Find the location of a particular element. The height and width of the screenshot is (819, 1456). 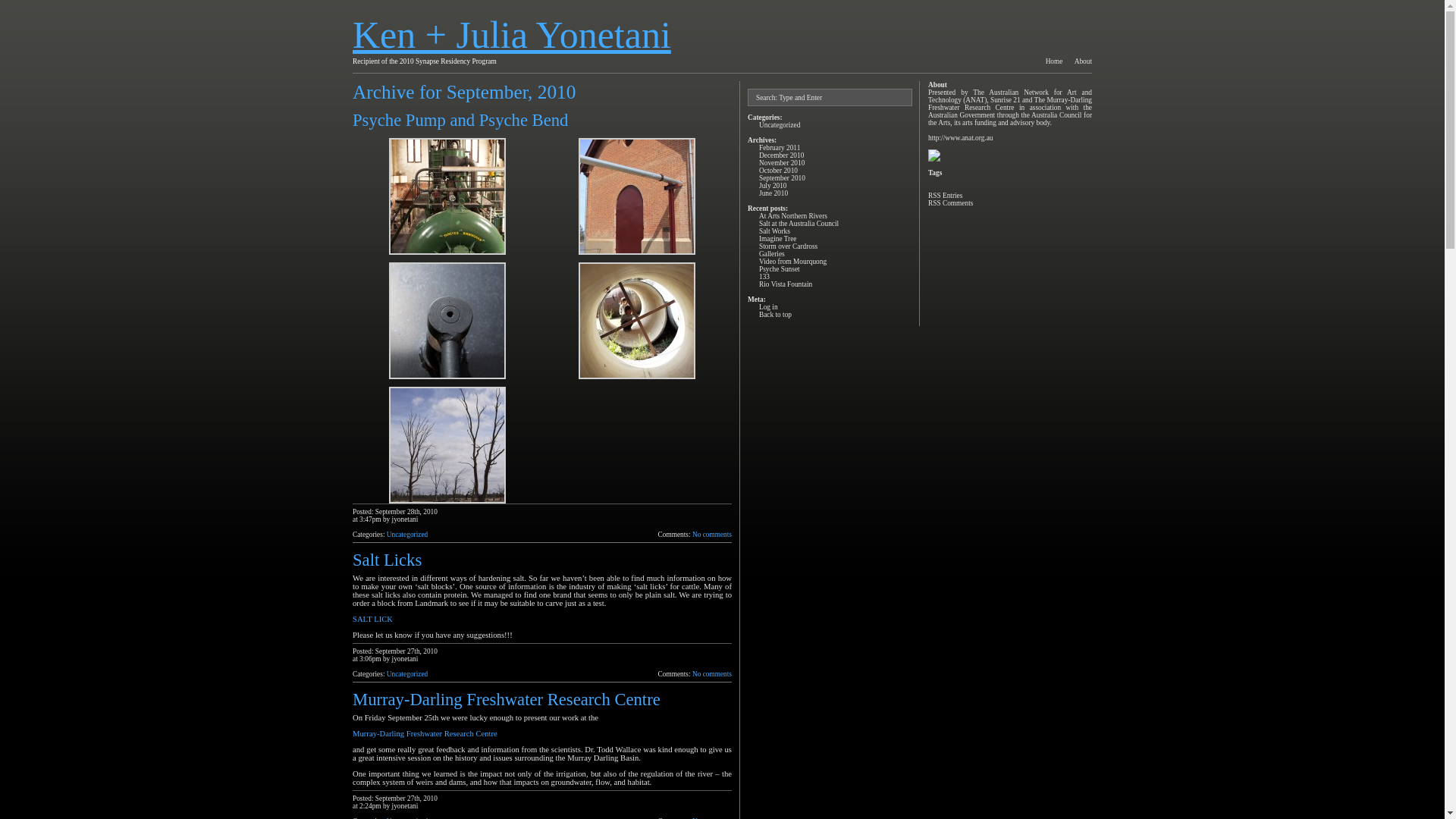

'Psyche Sunset' is located at coordinates (779, 268).